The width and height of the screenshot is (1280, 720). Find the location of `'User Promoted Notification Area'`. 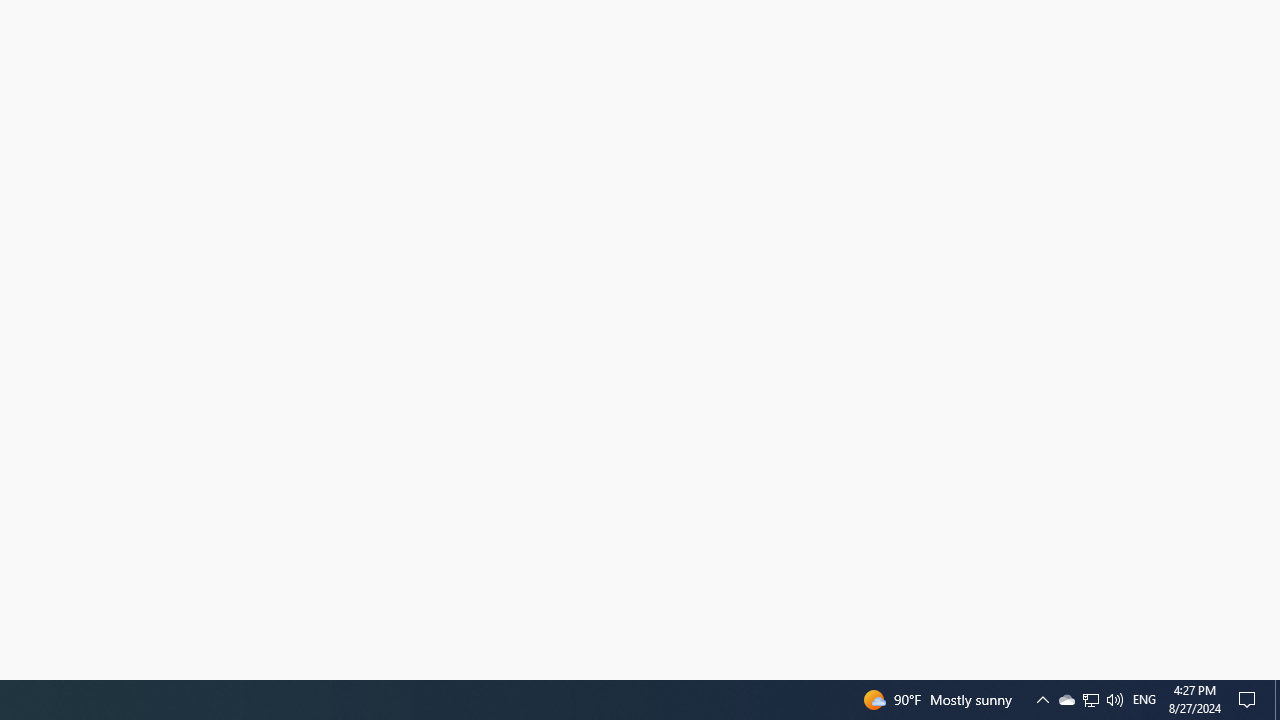

'User Promoted Notification Area' is located at coordinates (1113, 698).